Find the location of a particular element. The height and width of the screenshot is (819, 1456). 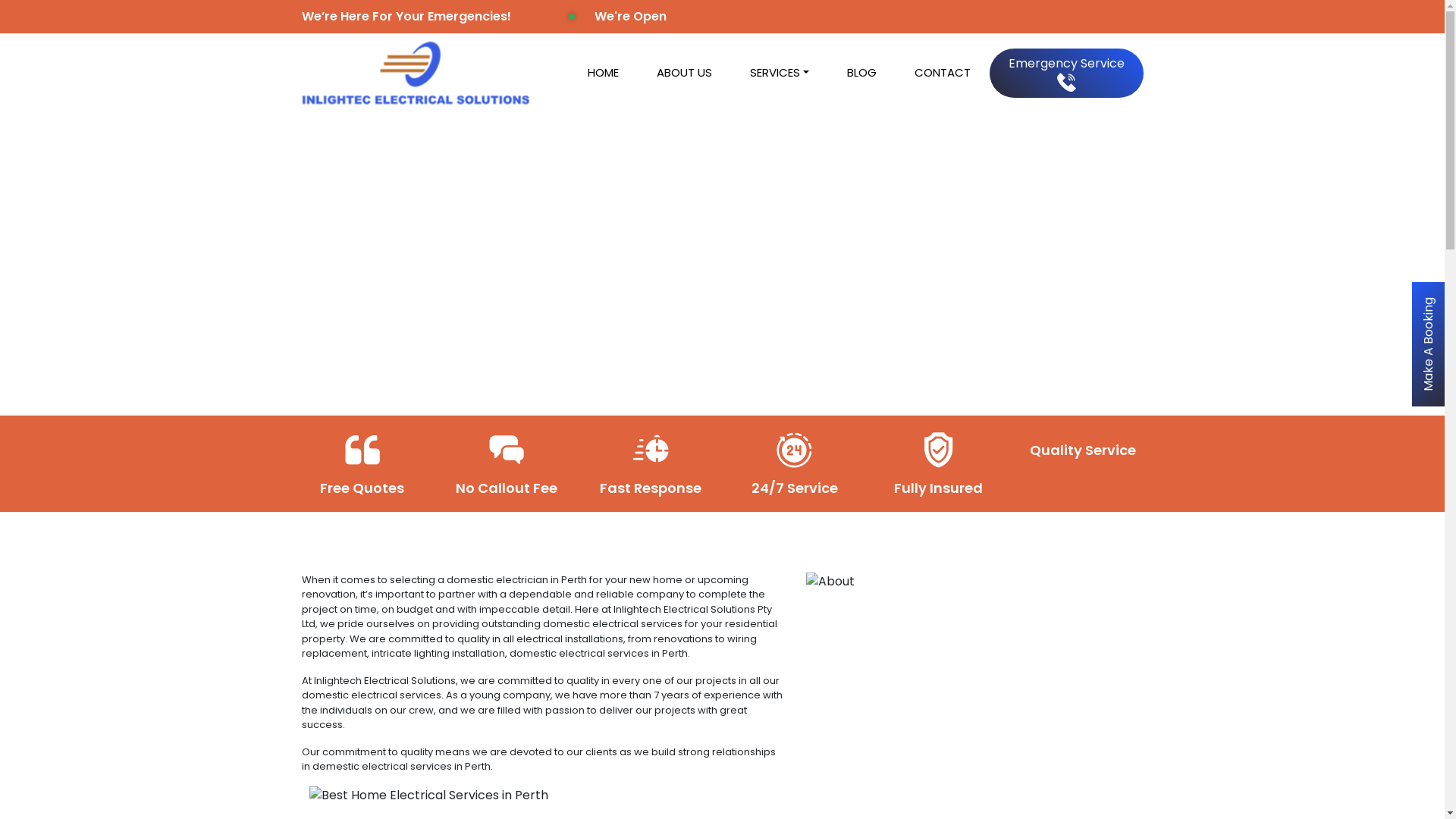

'BLOG' is located at coordinates (827, 73).